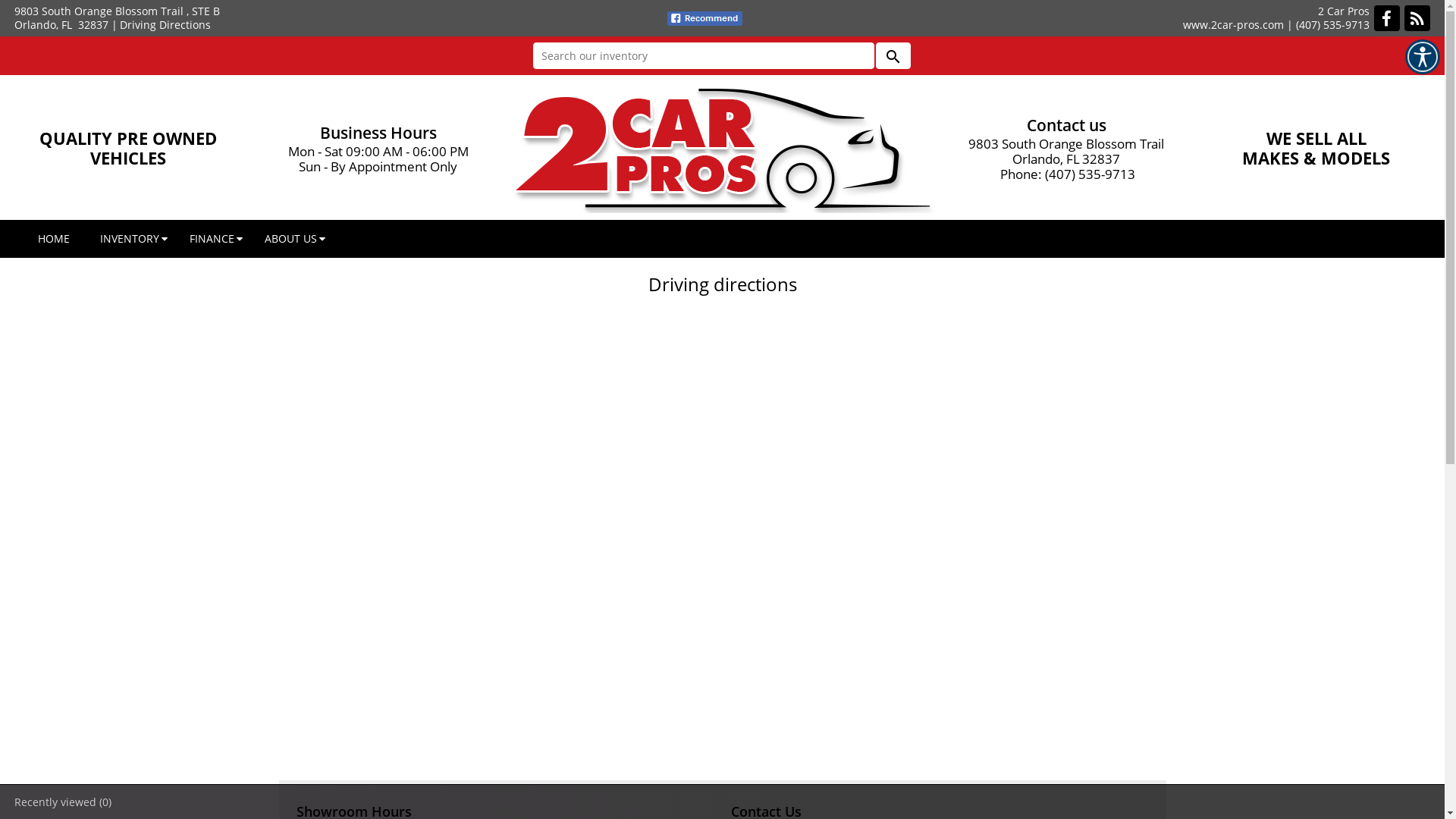 The height and width of the screenshot is (819, 1456). Describe the element at coordinates (721, 148) in the screenshot. I see `'2 Car Pros, Orlando, FL'` at that location.